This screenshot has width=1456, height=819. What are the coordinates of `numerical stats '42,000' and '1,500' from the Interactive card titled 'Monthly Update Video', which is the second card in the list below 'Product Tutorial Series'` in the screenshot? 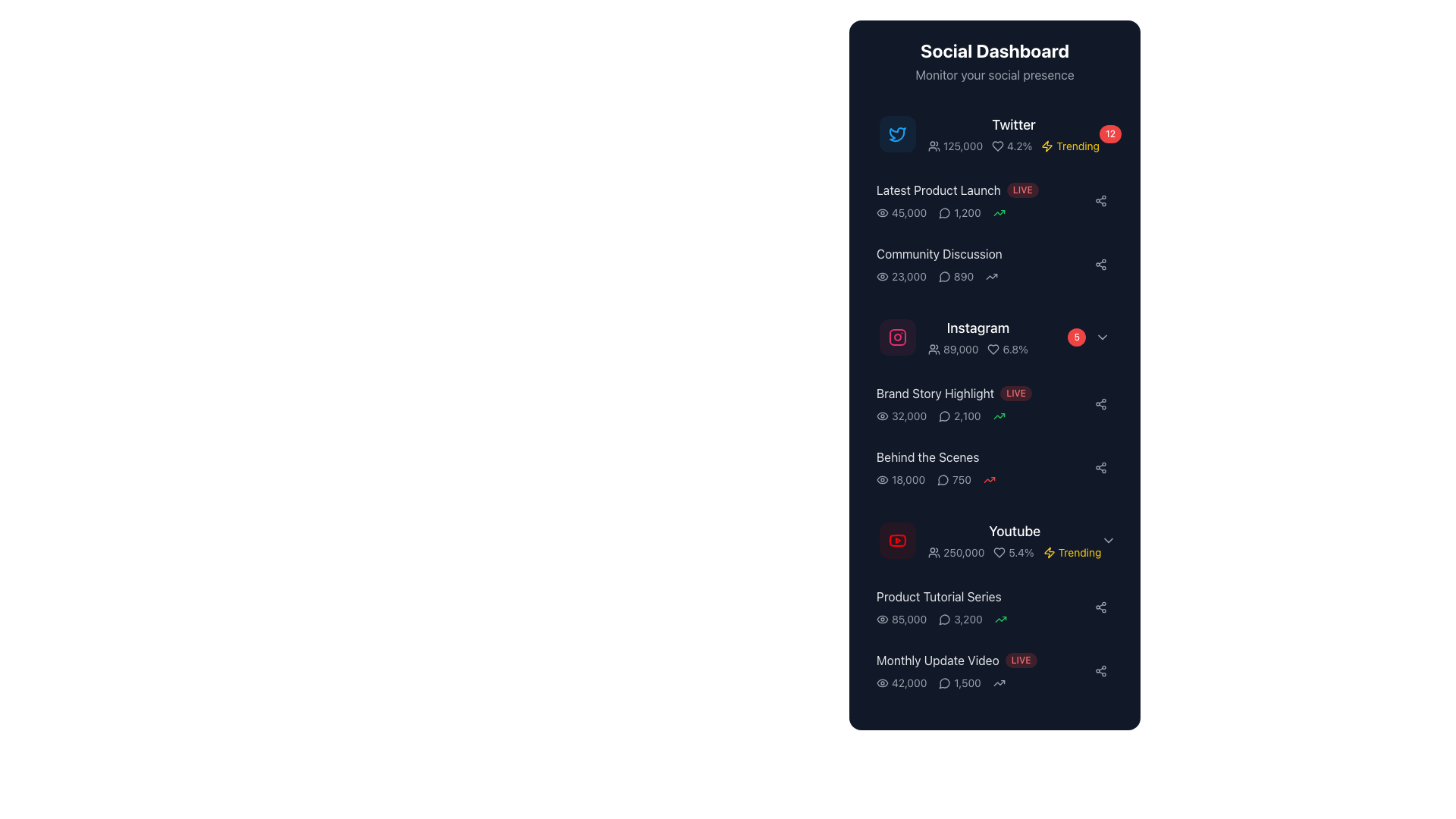 It's located at (994, 670).